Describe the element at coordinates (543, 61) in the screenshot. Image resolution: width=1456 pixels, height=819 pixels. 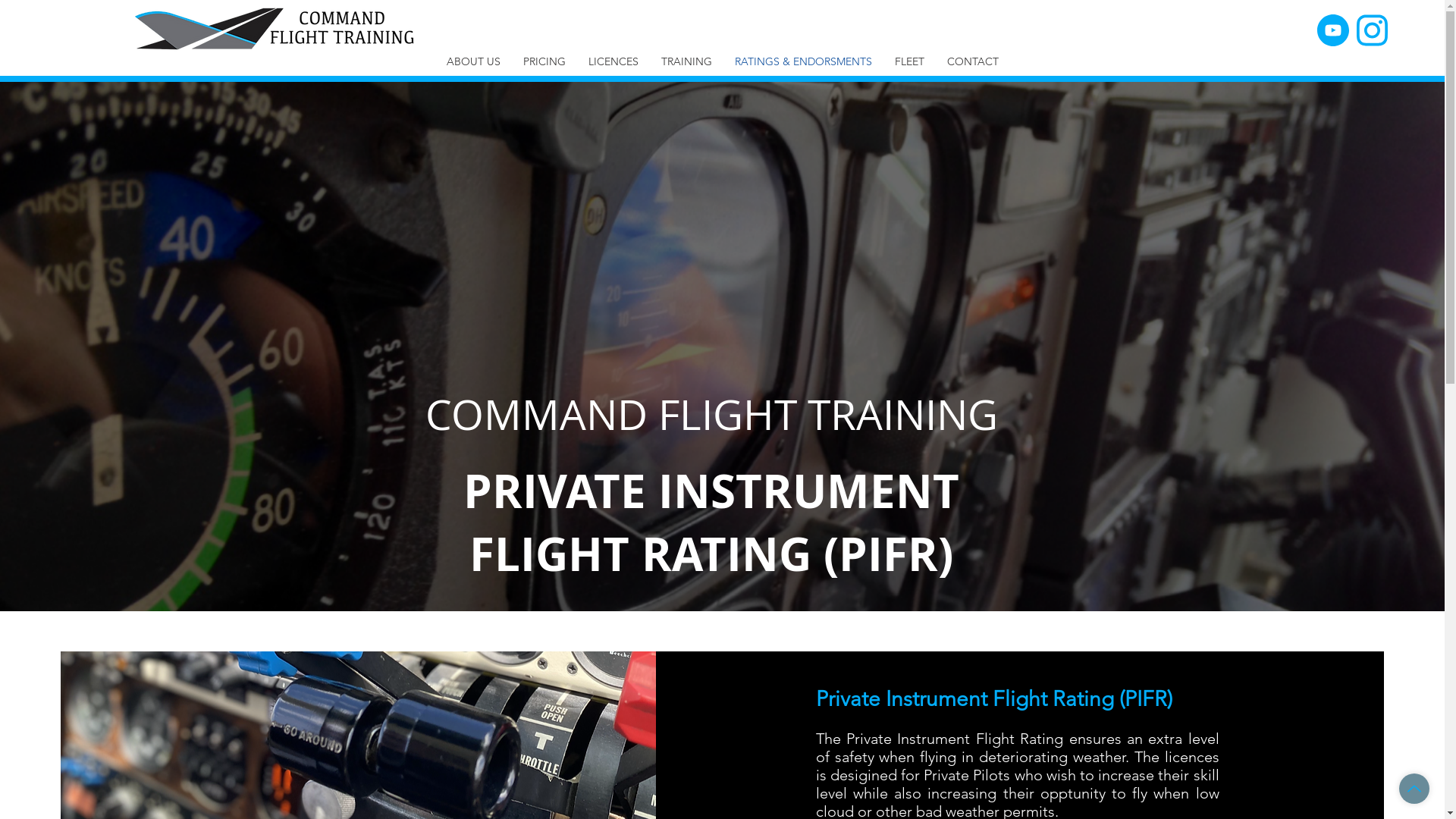
I see `'PRICING'` at that location.